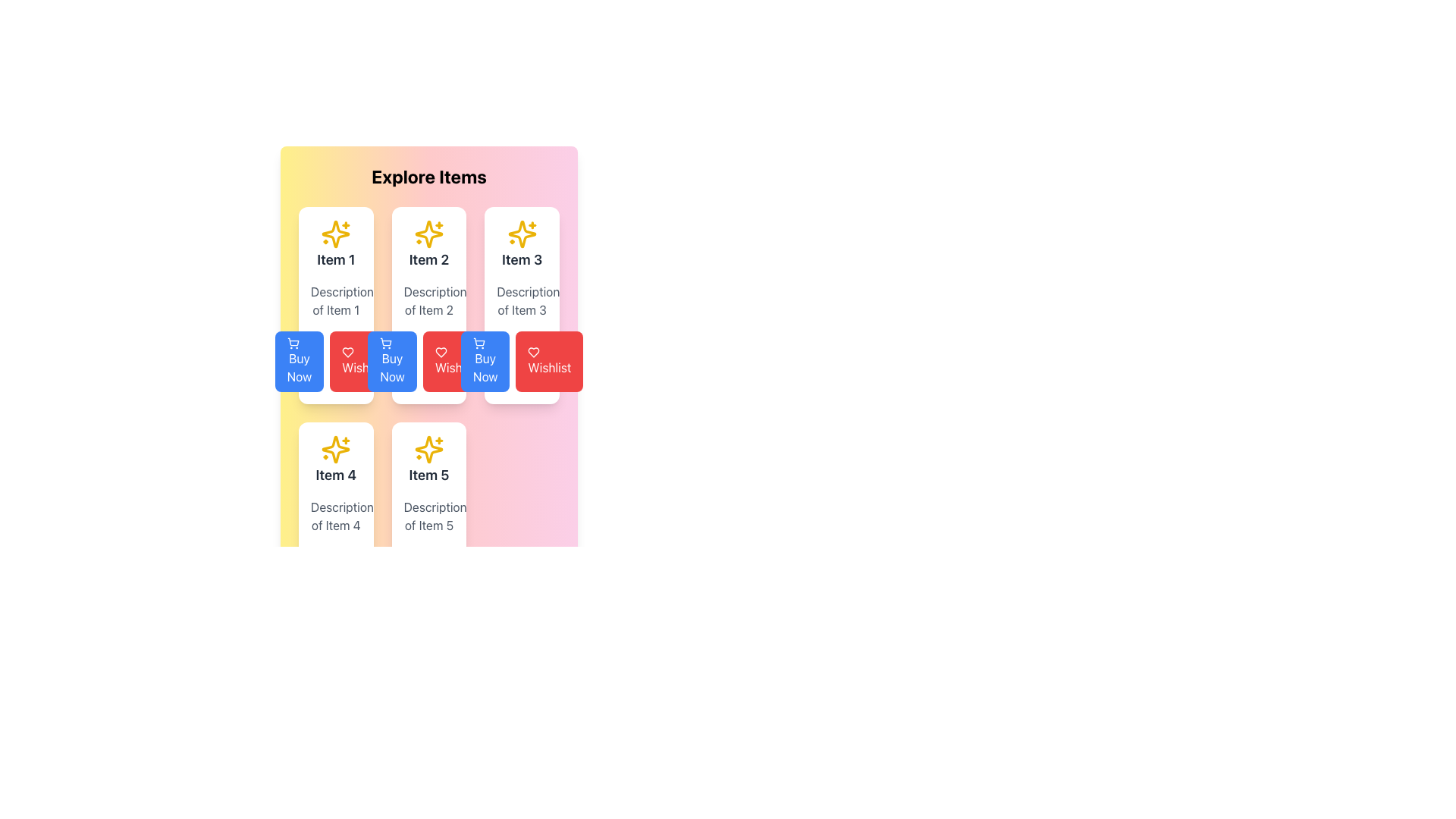 This screenshot has width=1456, height=819. What do you see at coordinates (299, 362) in the screenshot?
I see `the 'Buy Now' button with a blue background and white text` at bounding box center [299, 362].